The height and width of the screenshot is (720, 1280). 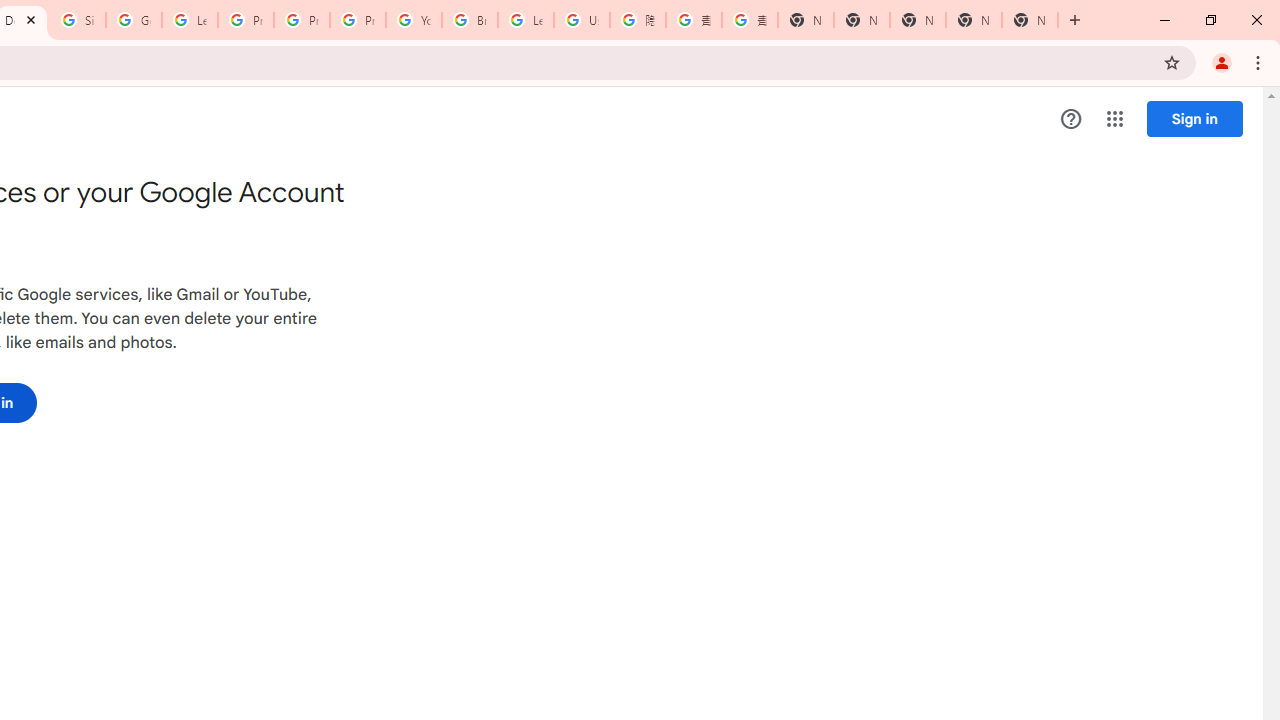 What do you see at coordinates (413, 20) in the screenshot?
I see `'YouTube'` at bounding box center [413, 20].